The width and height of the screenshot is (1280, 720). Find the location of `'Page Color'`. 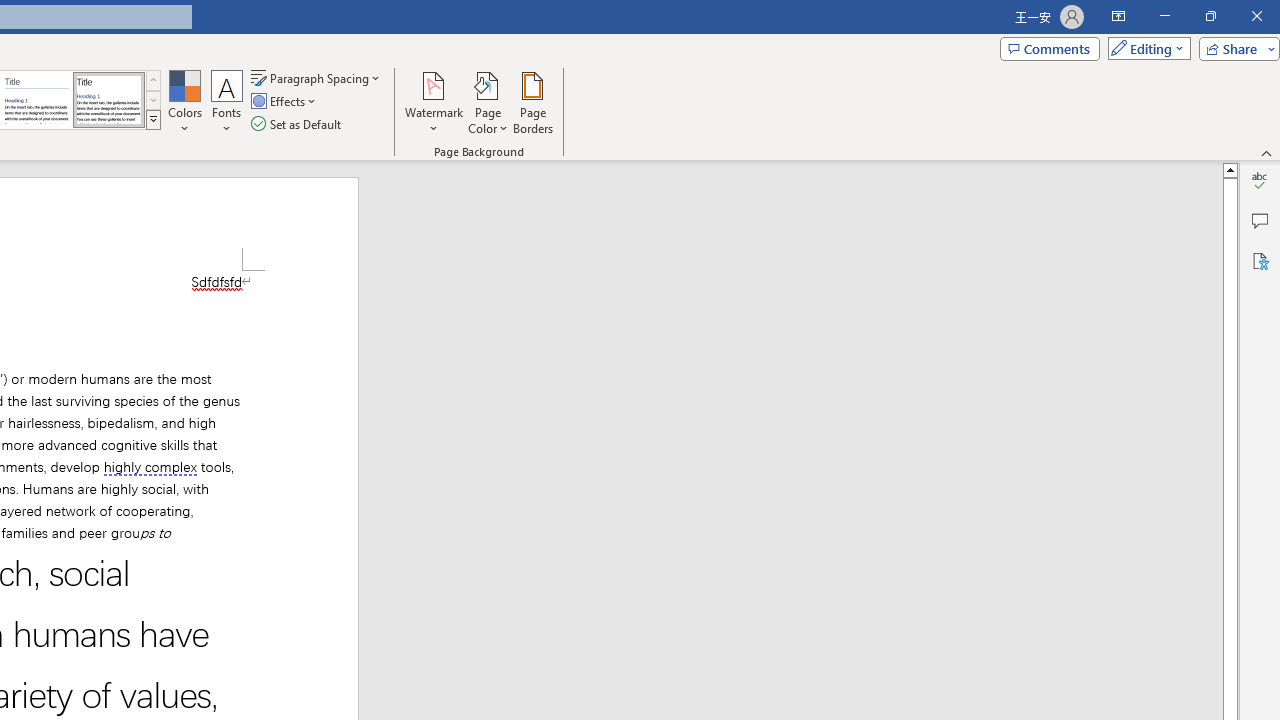

'Page Color' is located at coordinates (488, 103).